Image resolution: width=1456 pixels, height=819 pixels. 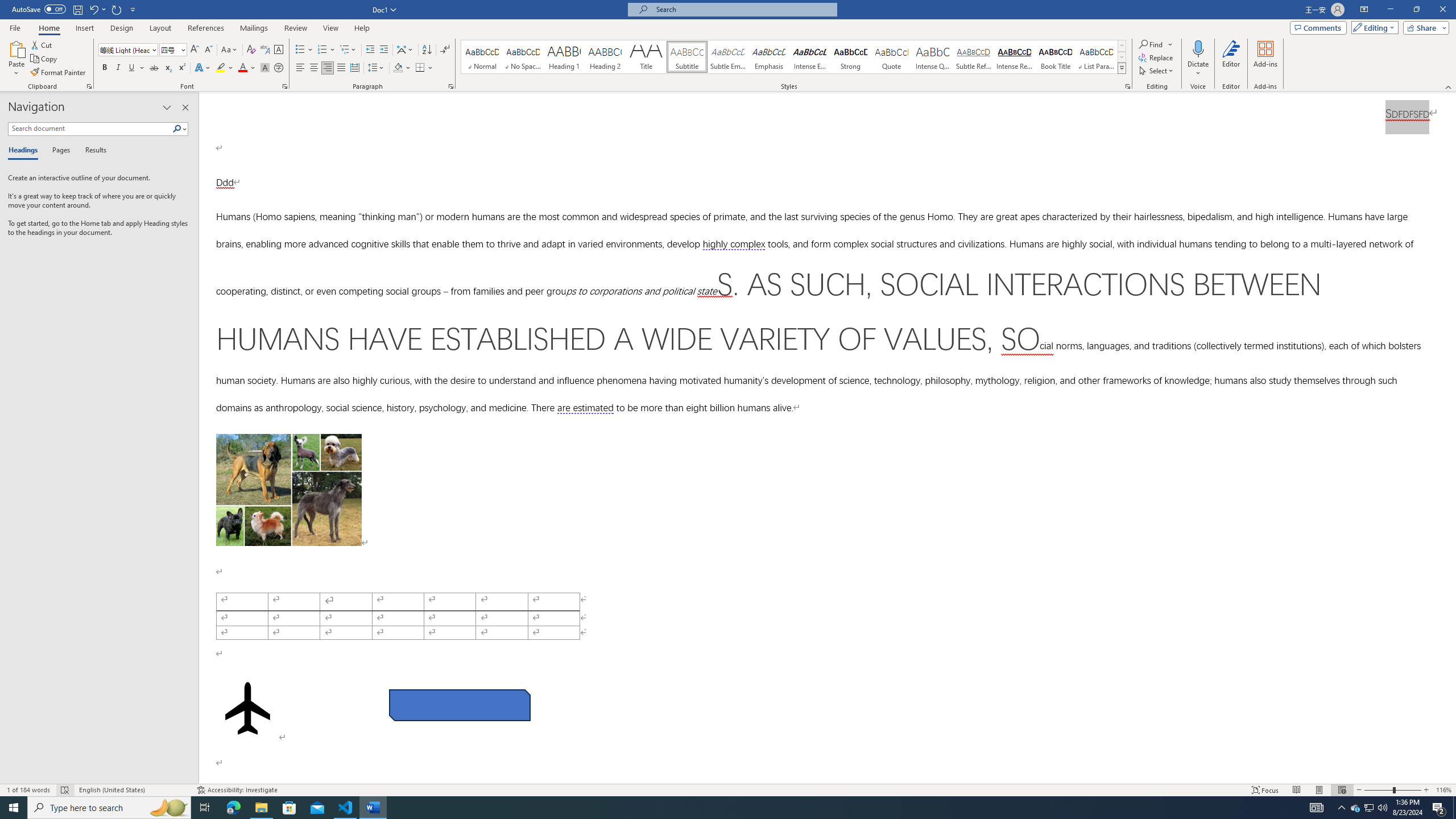 What do you see at coordinates (370, 49) in the screenshot?
I see `'Decrease Indent'` at bounding box center [370, 49].